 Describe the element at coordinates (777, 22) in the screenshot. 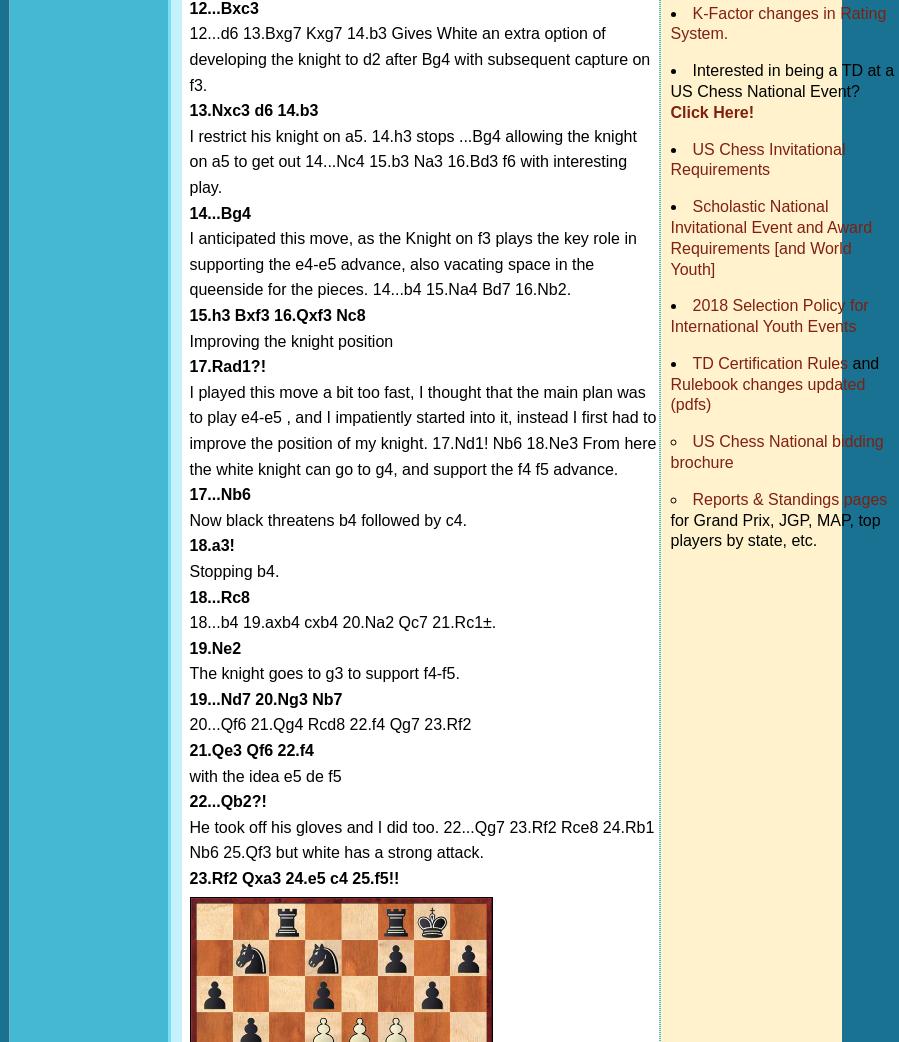

I see `'K-Factor changes in Rating System.'` at that location.